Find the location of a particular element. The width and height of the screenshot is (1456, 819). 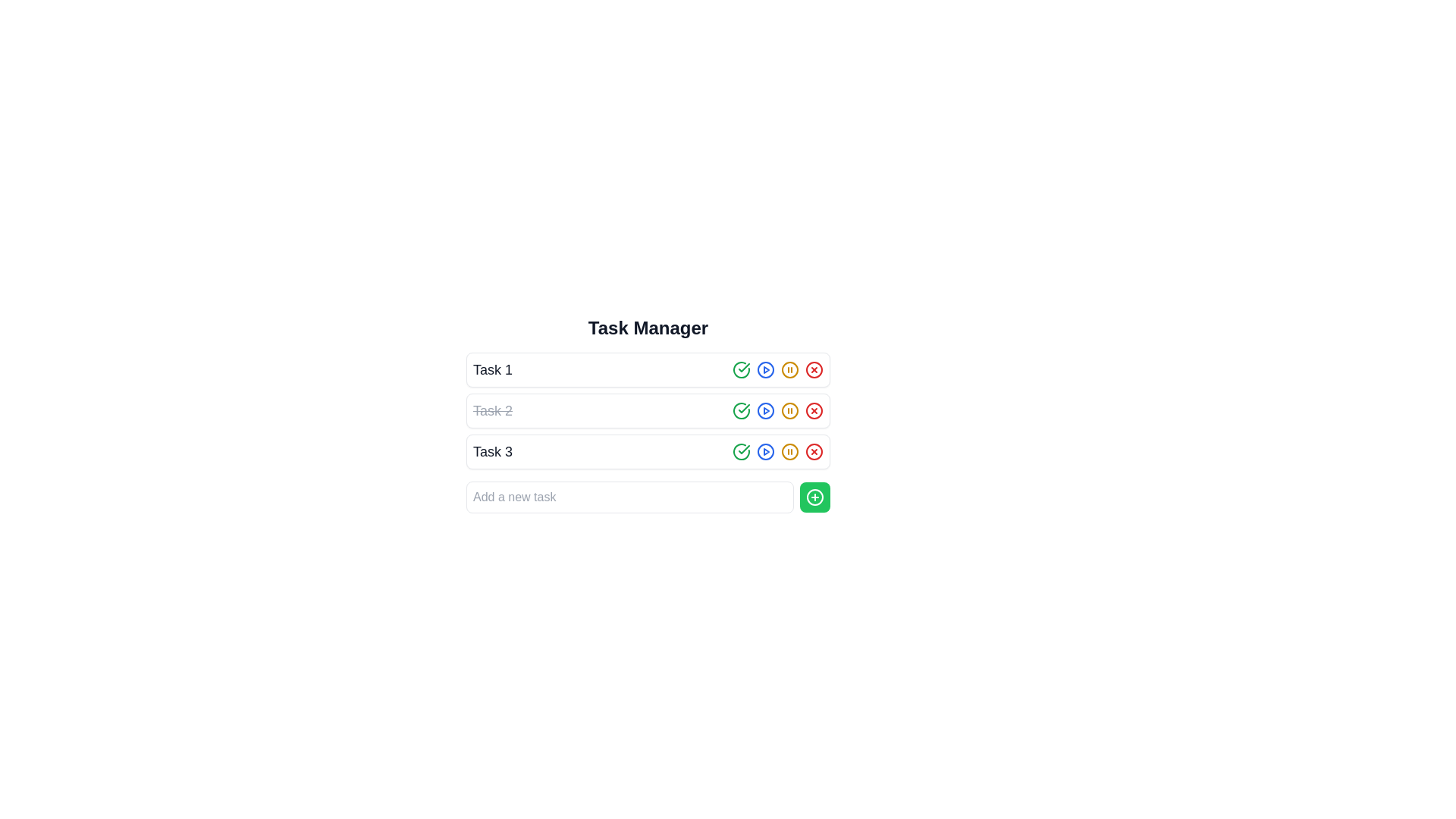

the text label displaying 'Task 3', which is styled with a larger font size and dark gray color, located in the Task Manager list is located at coordinates (493, 451).